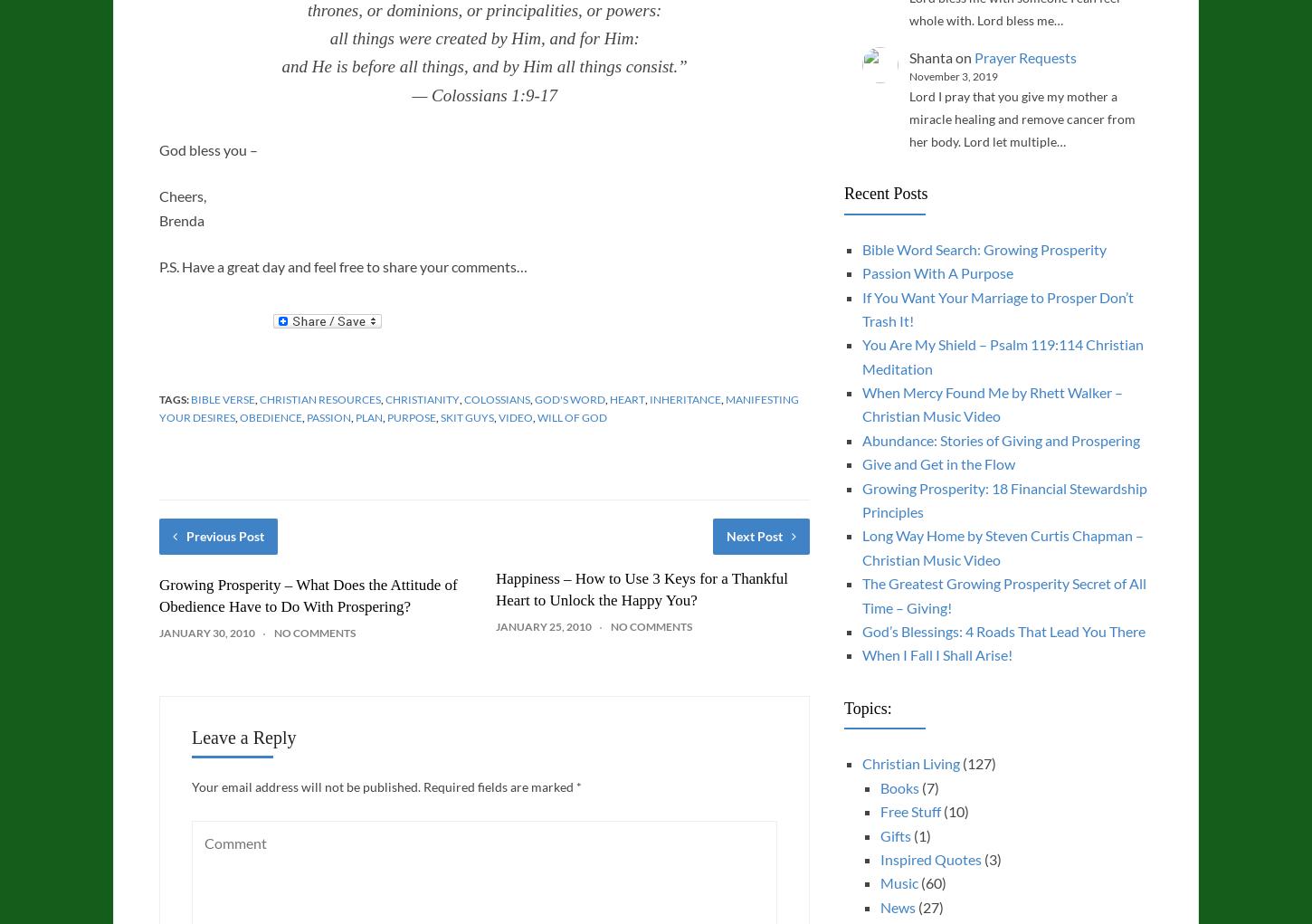 This screenshot has height=924, width=1312. Describe the element at coordinates (920, 834) in the screenshot. I see `'(1)'` at that location.